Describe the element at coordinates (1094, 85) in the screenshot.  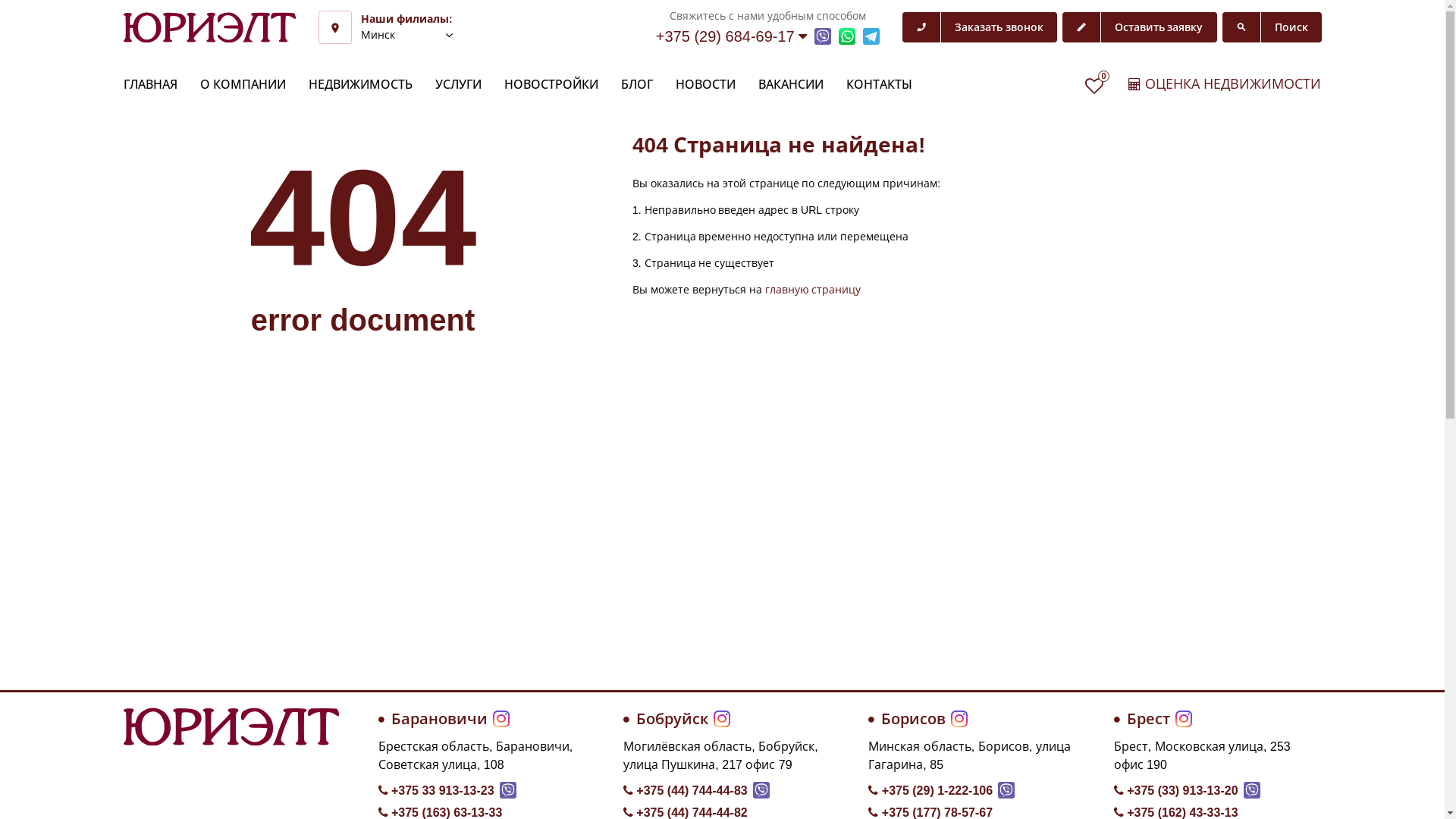
I see `'0'` at that location.